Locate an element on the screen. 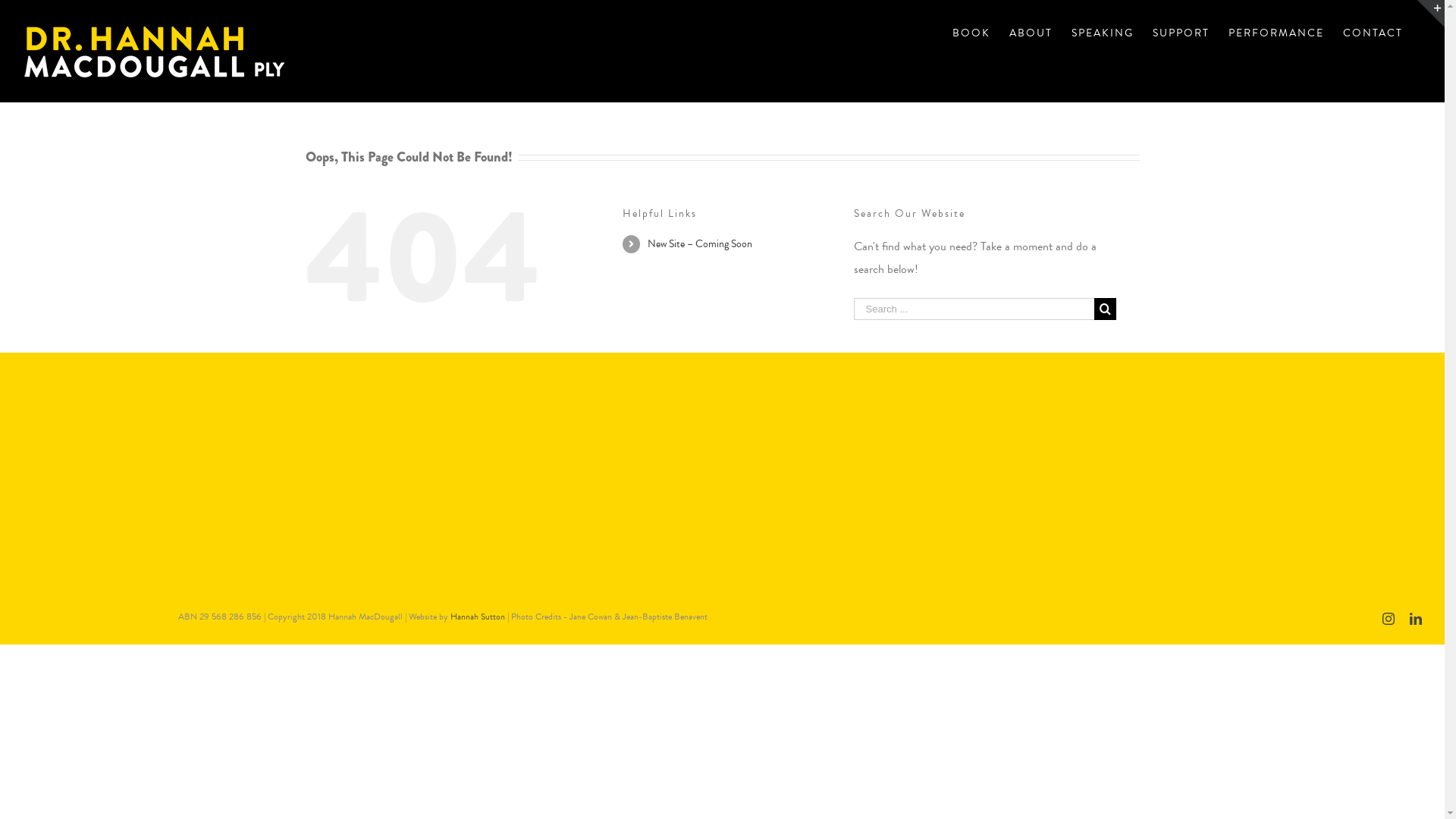 Image resolution: width=1456 pixels, height=819 pixels. 'LinkedIn' is located at coordinates (1415, 619).